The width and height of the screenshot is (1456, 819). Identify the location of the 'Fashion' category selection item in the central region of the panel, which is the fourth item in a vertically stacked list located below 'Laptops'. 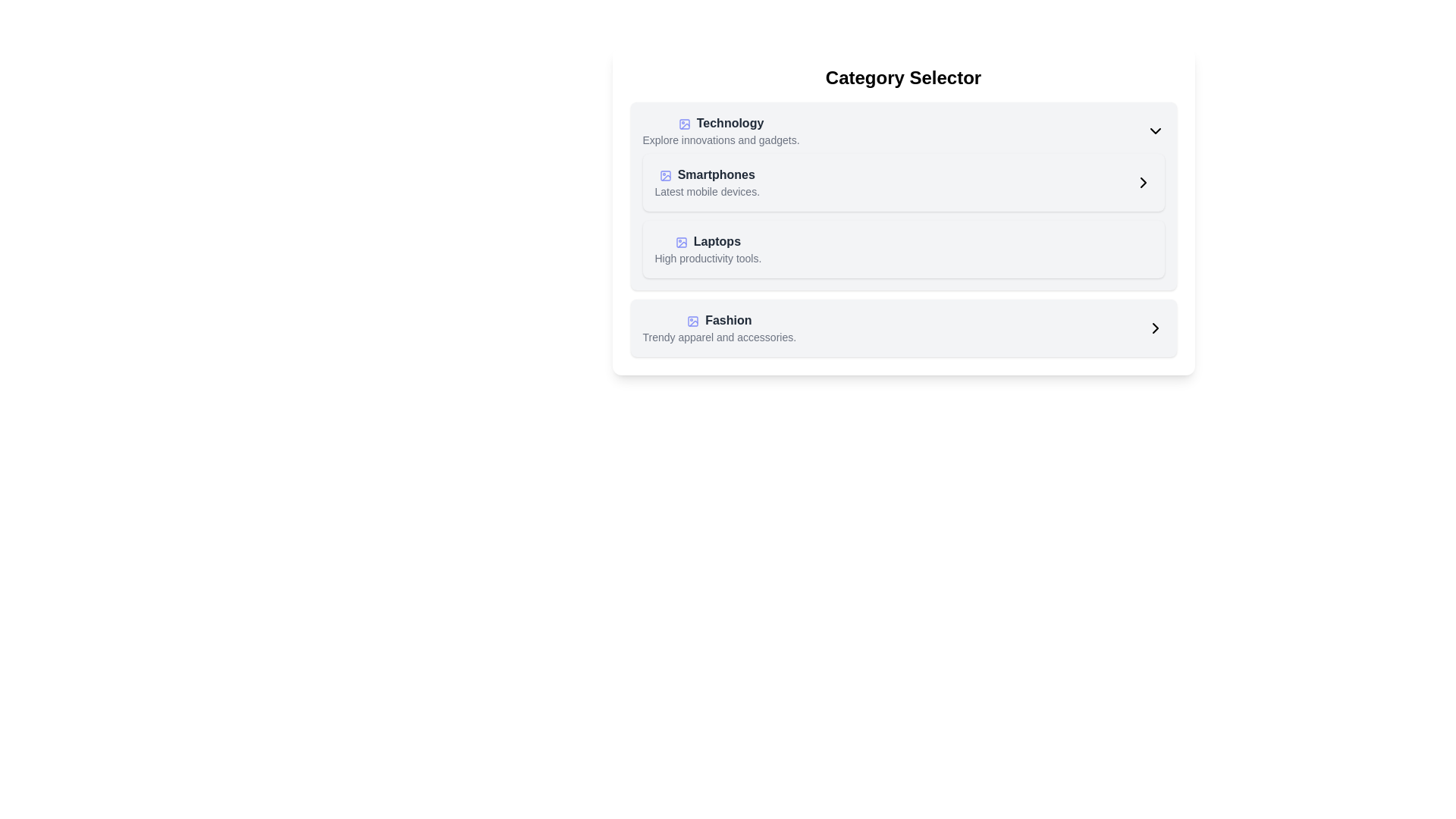
(718, 327).